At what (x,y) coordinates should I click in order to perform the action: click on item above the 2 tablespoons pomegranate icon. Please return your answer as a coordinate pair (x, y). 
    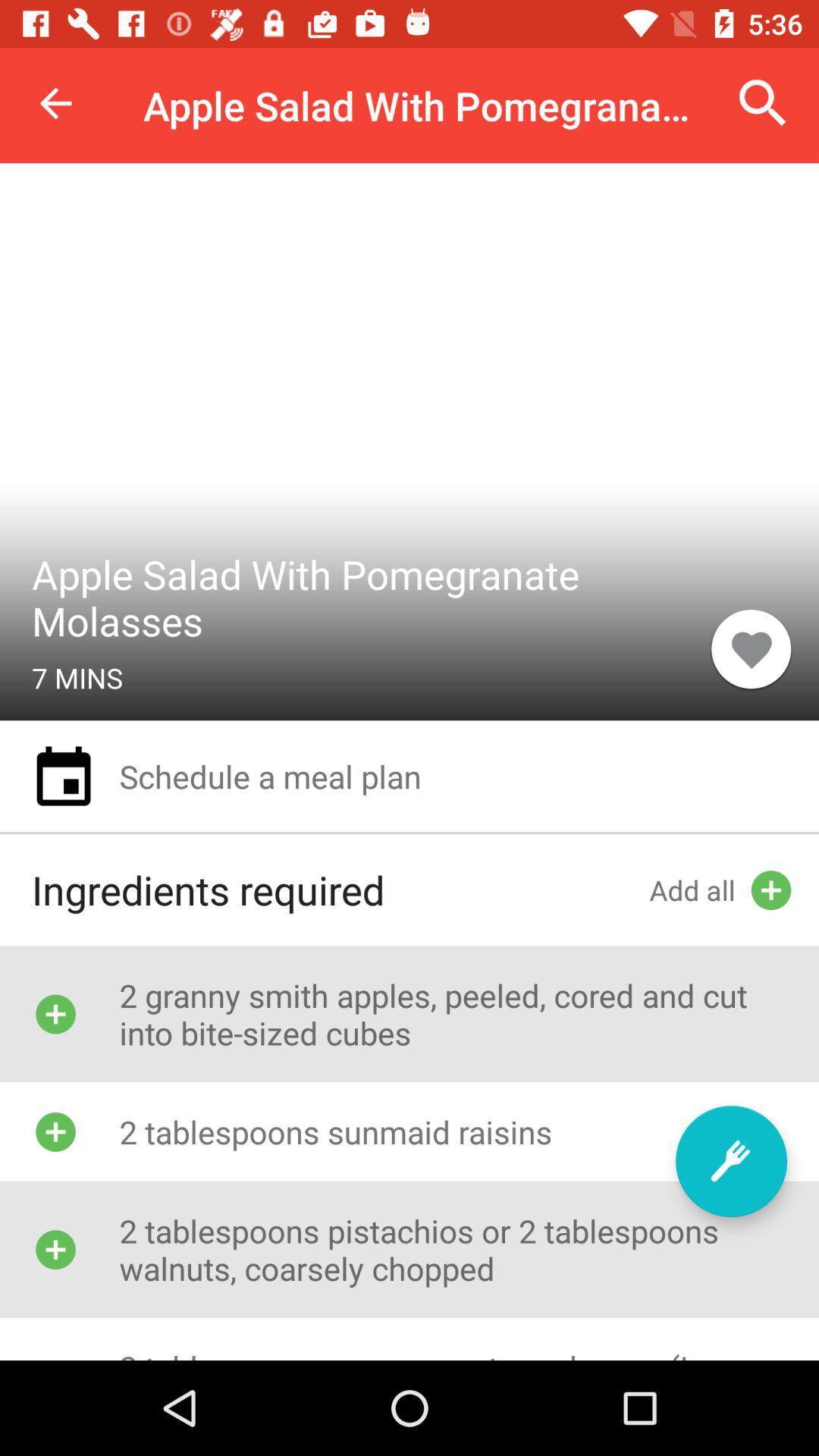
    Looking at the image, I should click on (730, 1160).